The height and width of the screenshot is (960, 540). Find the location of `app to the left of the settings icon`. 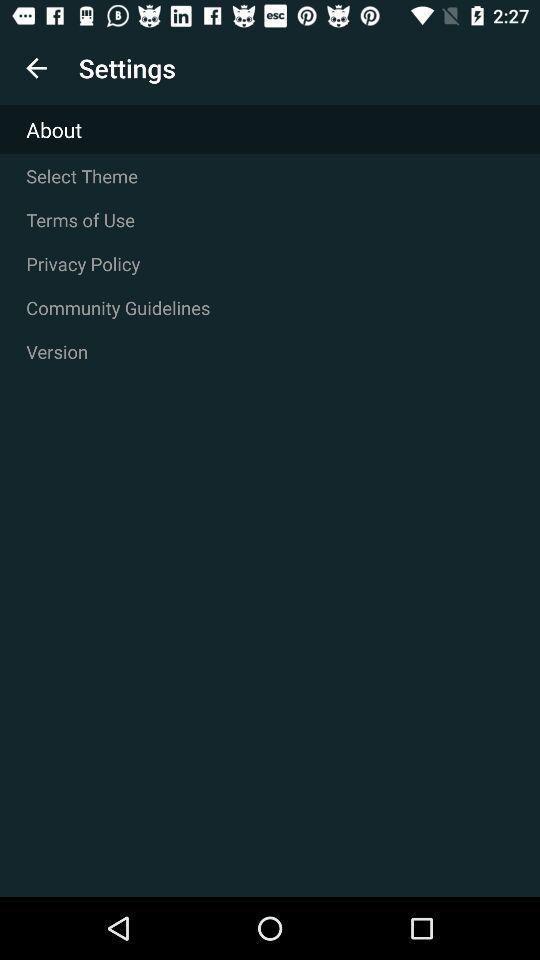

app to the left of the settings icon is located at coordinates (36, 68).